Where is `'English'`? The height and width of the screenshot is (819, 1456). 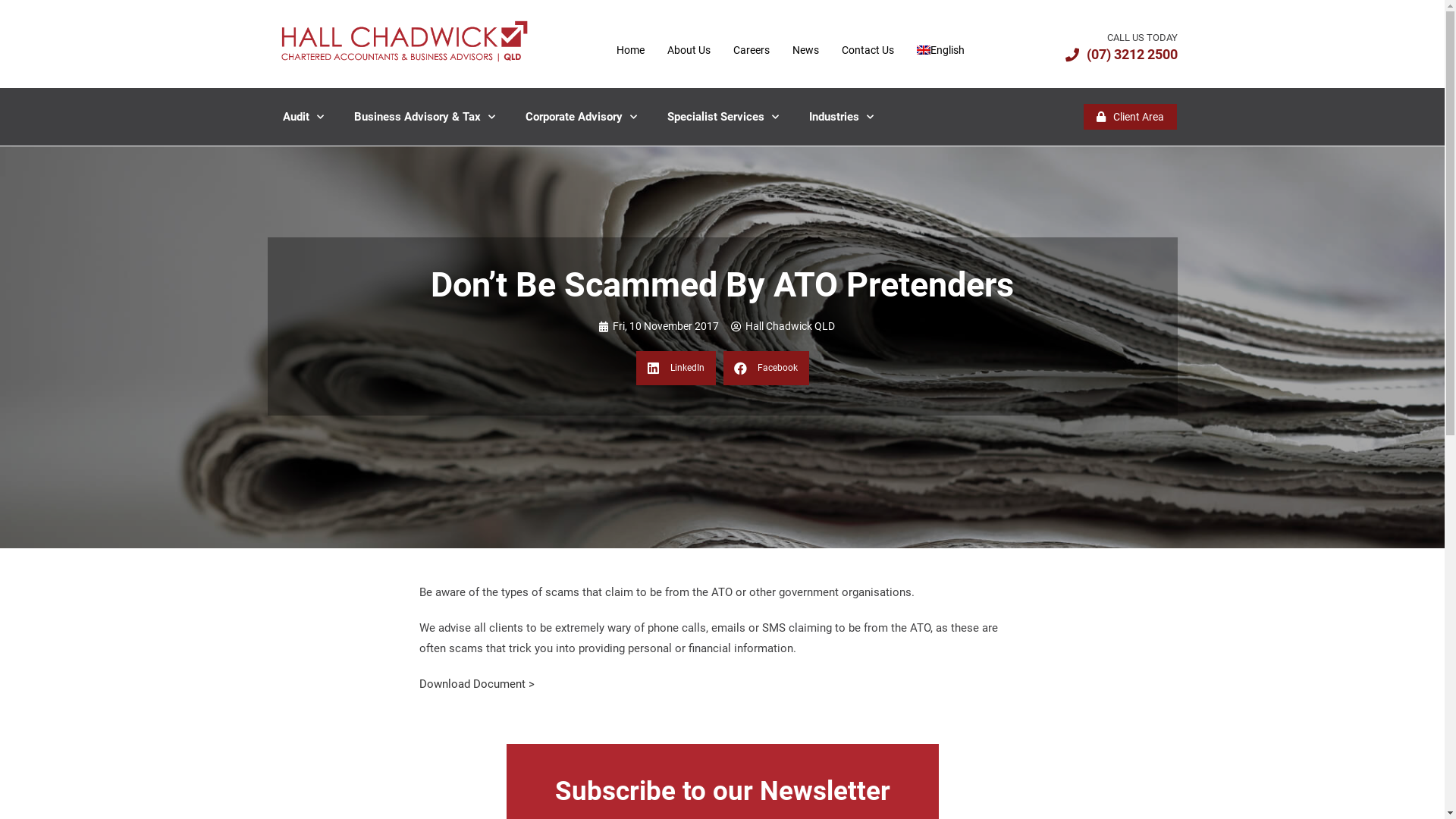 'English' is located at coordinates (940, 49).